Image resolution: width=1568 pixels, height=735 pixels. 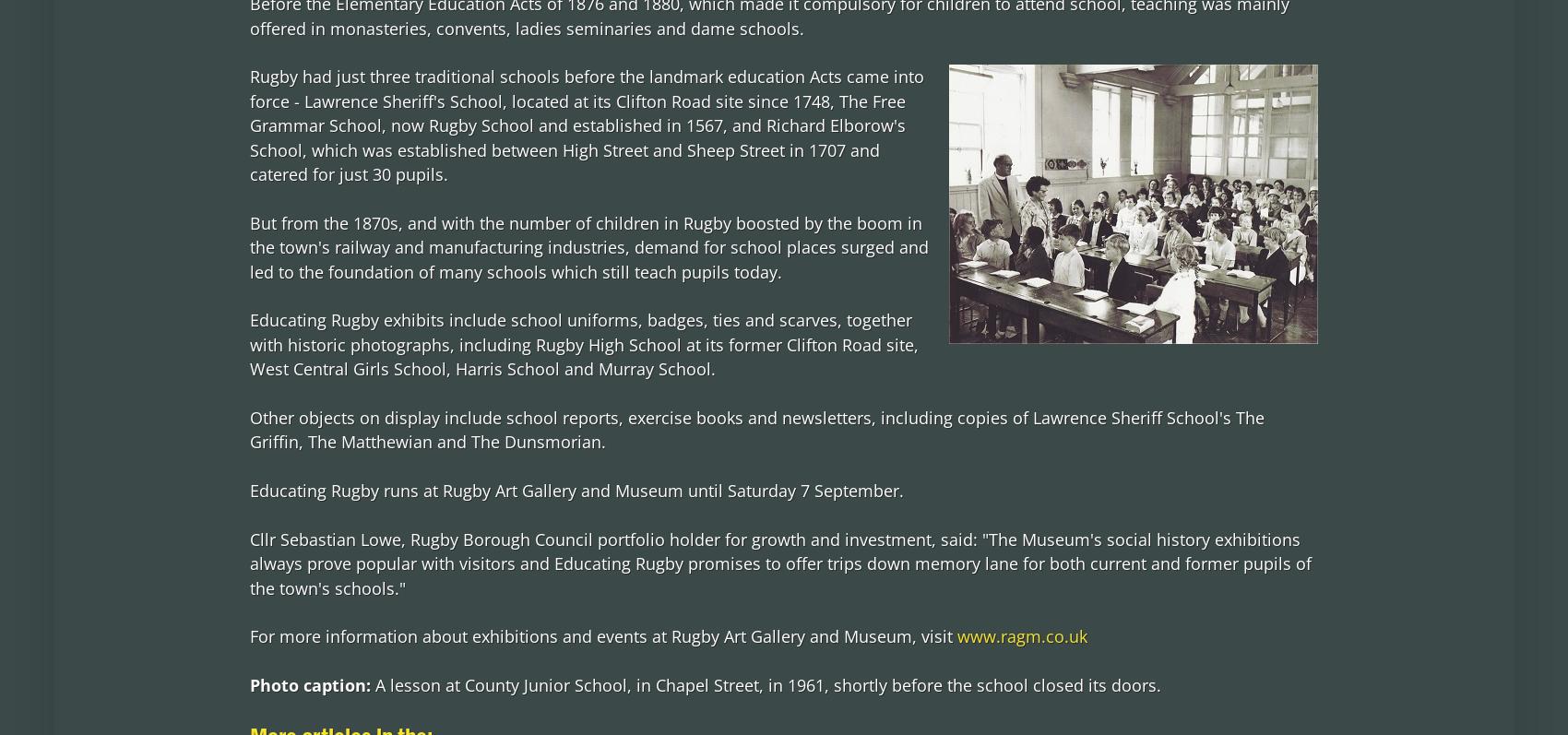 I want to click on 'Educating Rugby runs at Rugby Art Gallery and Museum until Saturday 7 September.', so click(x=575, y=490).